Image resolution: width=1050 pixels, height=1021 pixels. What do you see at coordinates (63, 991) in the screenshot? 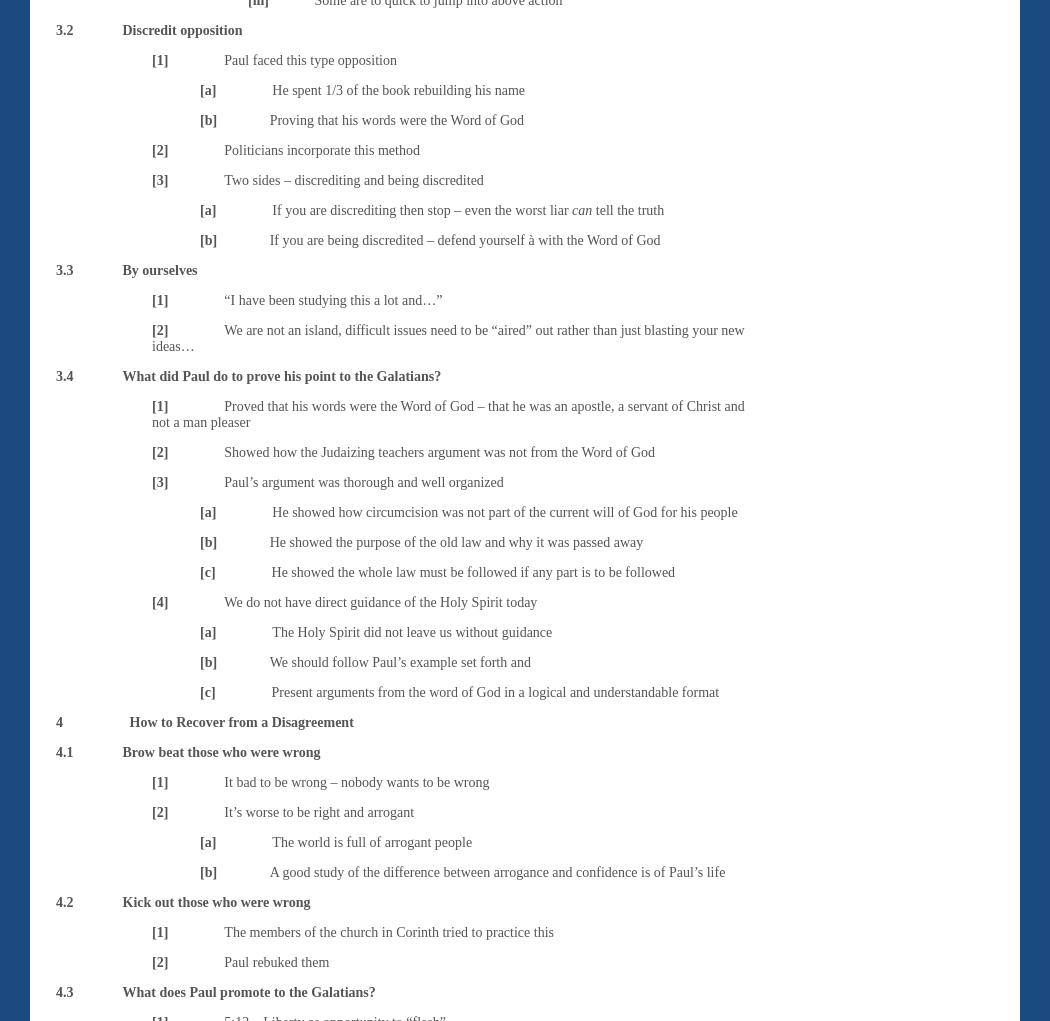
I see `'4.3'` at bounding box center [63, 991].